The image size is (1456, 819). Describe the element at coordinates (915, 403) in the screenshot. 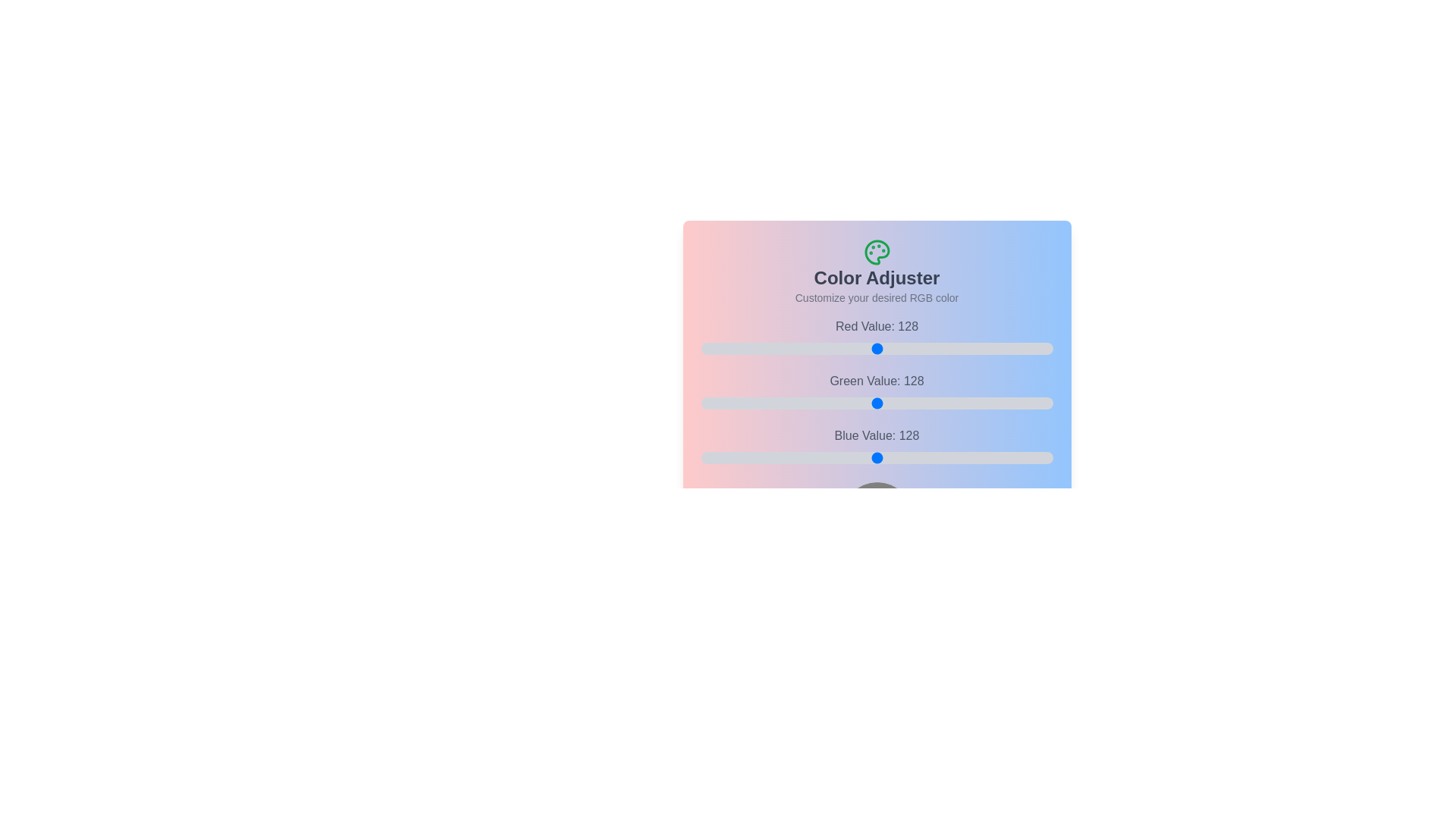

I see `the 1 slider to 56` at that location.